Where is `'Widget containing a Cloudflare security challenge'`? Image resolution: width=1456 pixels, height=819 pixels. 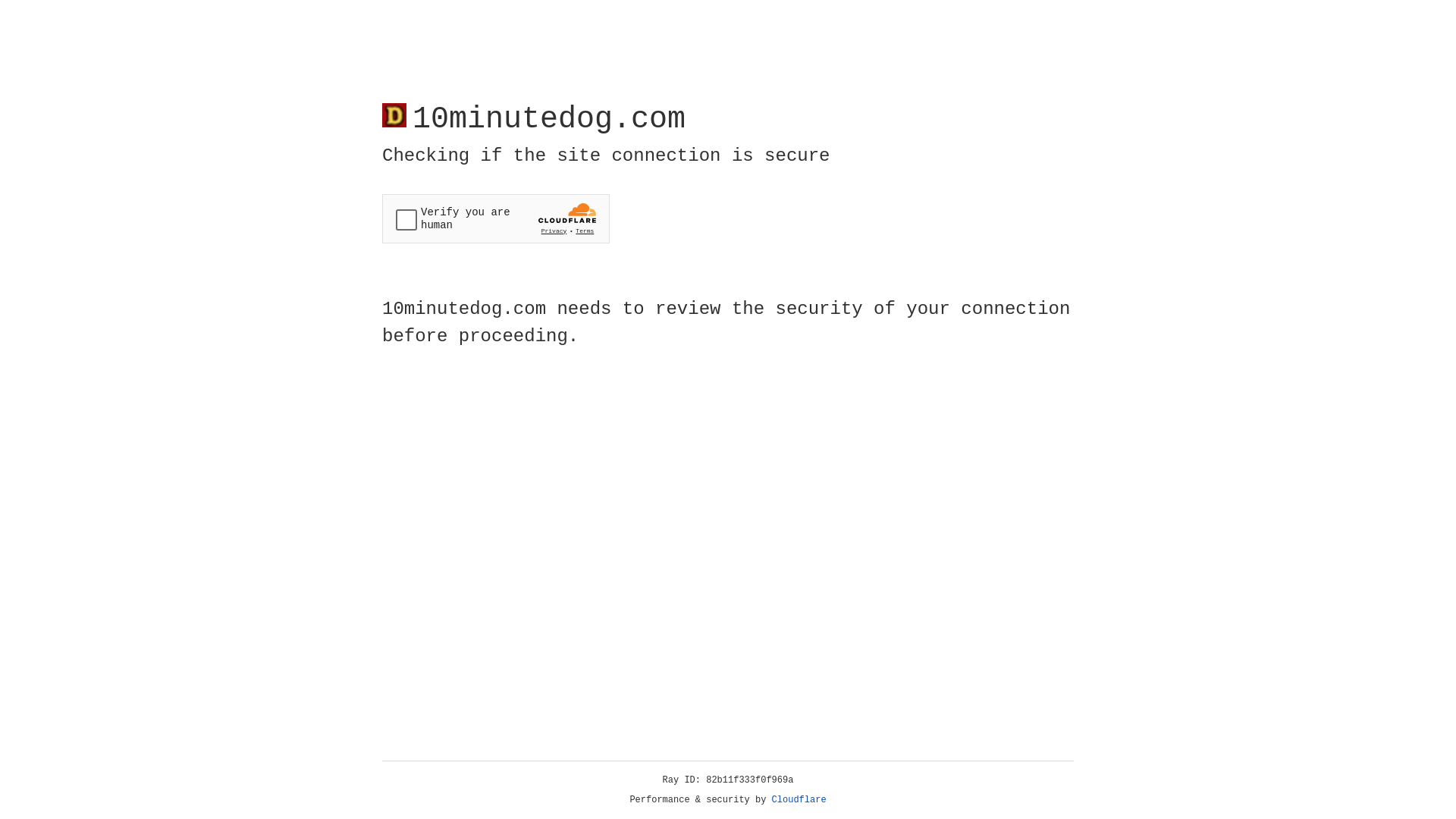 'Widget containing a Cloudflare security challenge' is located at coordinates (495, 218).